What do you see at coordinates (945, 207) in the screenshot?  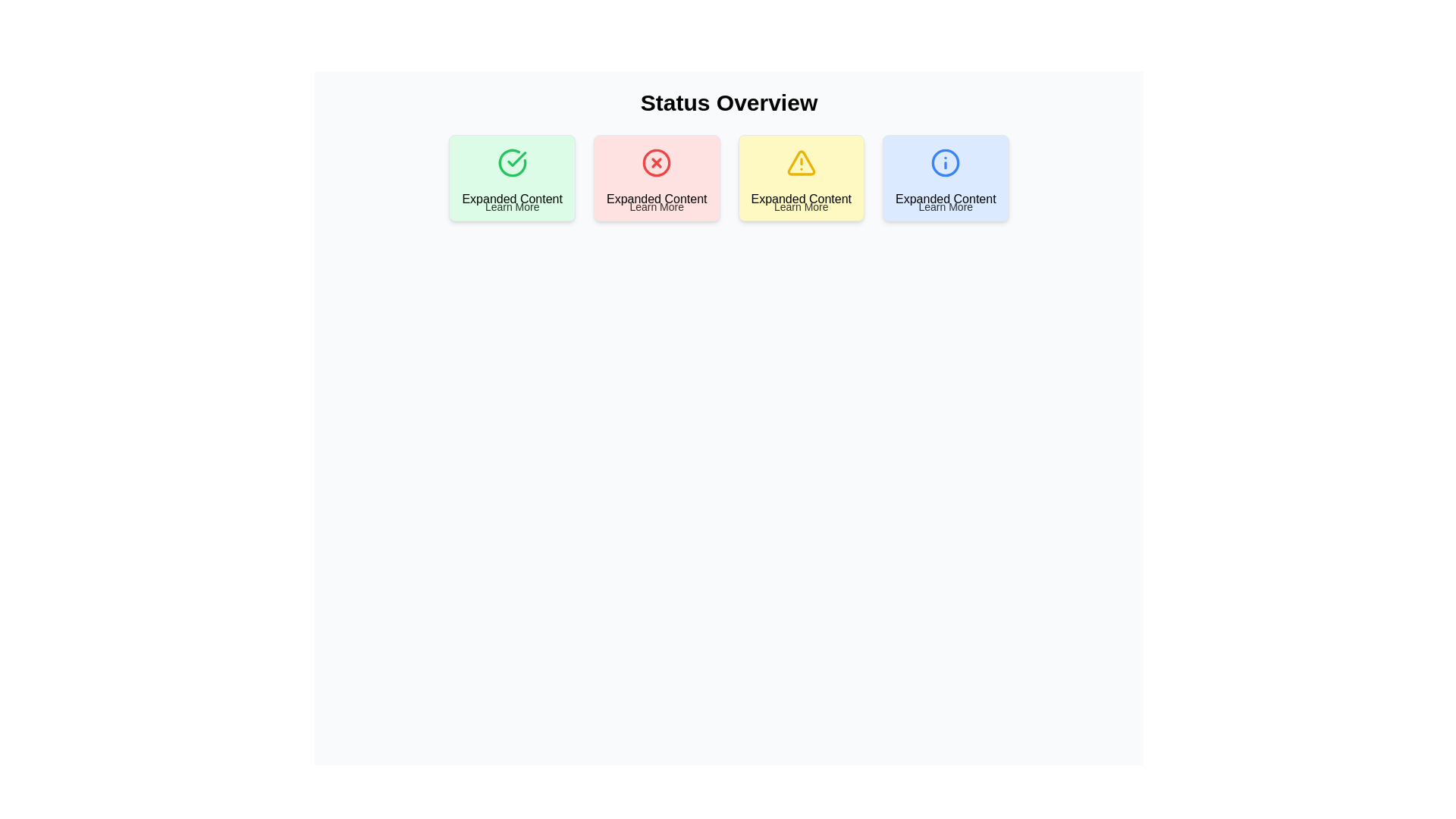 I see `the hyperlink located at the bottom center of the fourth card from the left` at bounding box center [945, 207].